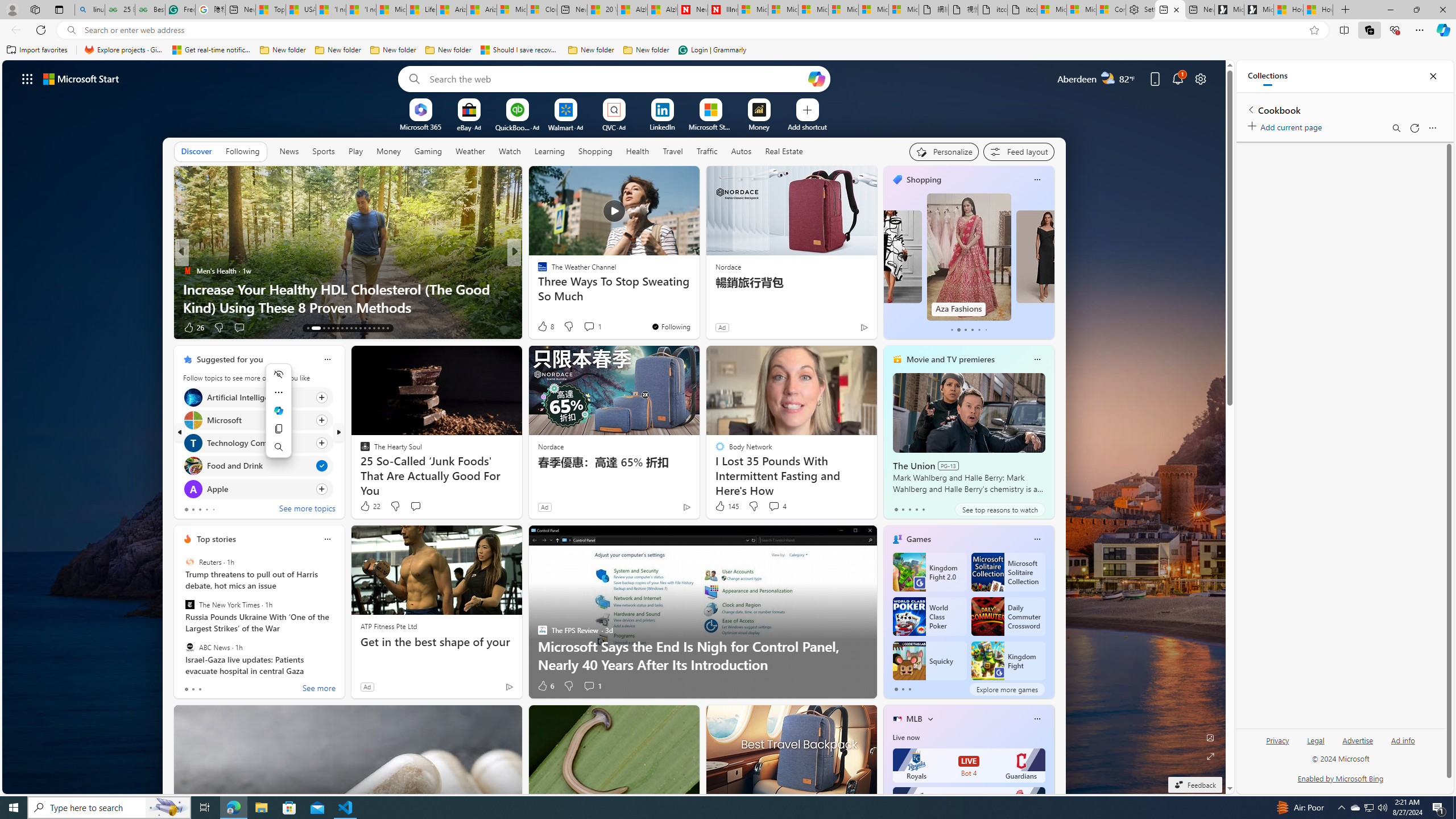  Describe the element at coordinates (692, 9) in the screenshot. I see `'Newsweek - News, Analysis, Politics, Business, Technology'` at that location.